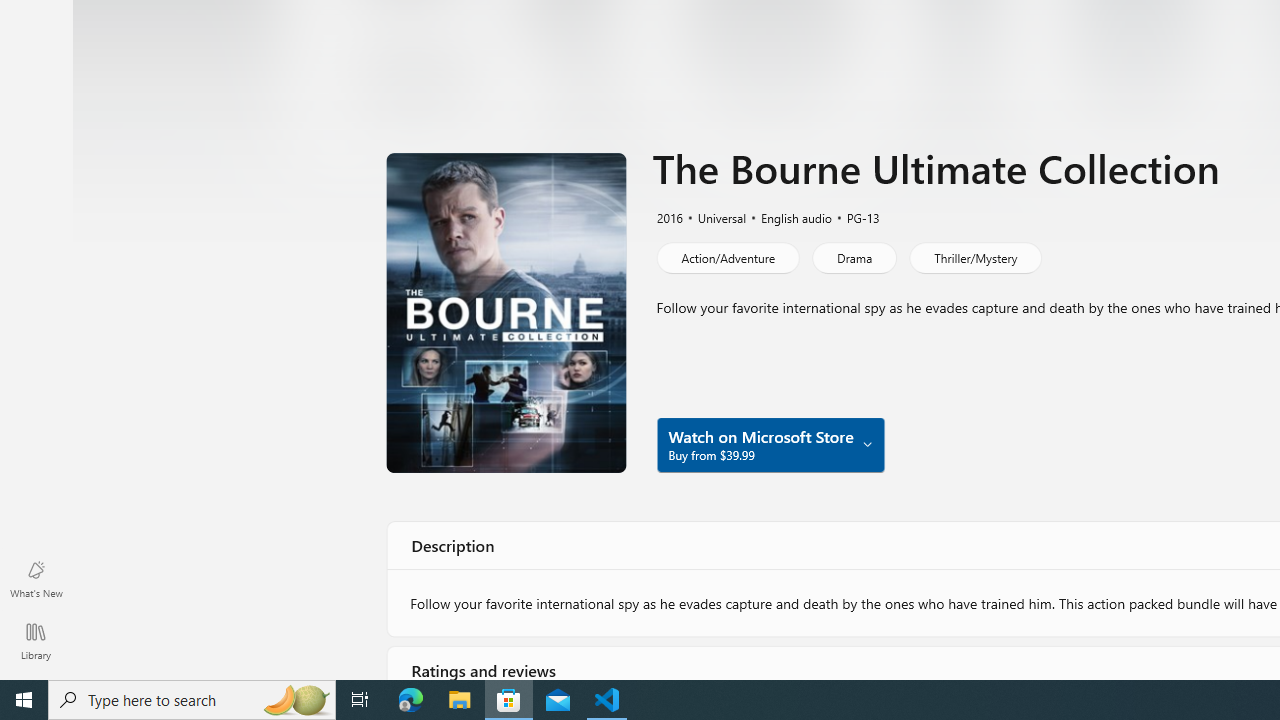  What do you see at coordinates (786, 217) in the screenshot?
I see `'English audio'` at bounding box center [786, 217].